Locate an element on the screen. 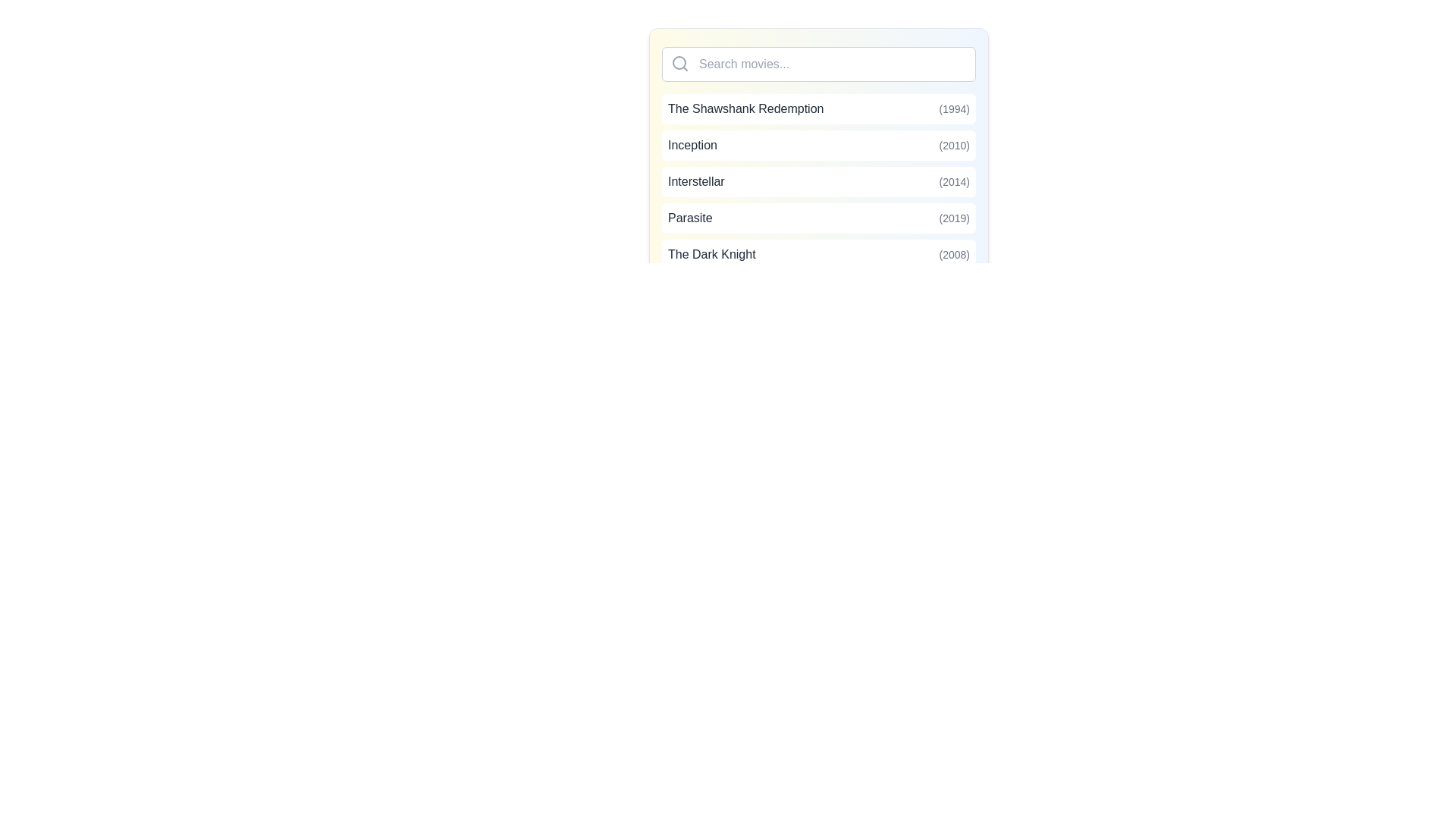 The height and width of the screenshot is (819, 1456). text label displaying the title 'Interstellar' which is the third item in the list of movie titles within the application interface is located at coordinates (695, 180).